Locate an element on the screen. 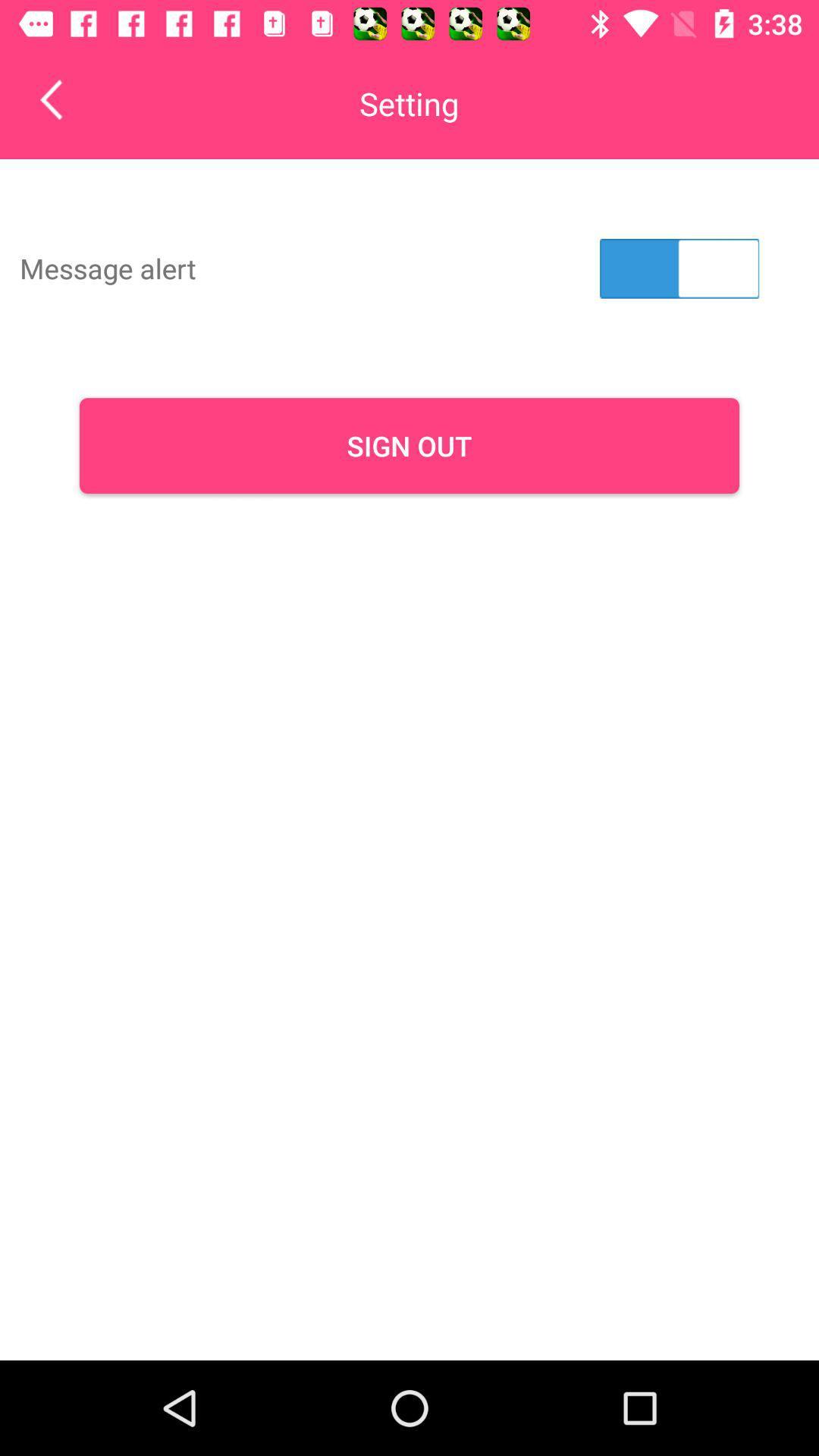 The image size is (819, 1456). sign out item is located at coordinates (409, 445).